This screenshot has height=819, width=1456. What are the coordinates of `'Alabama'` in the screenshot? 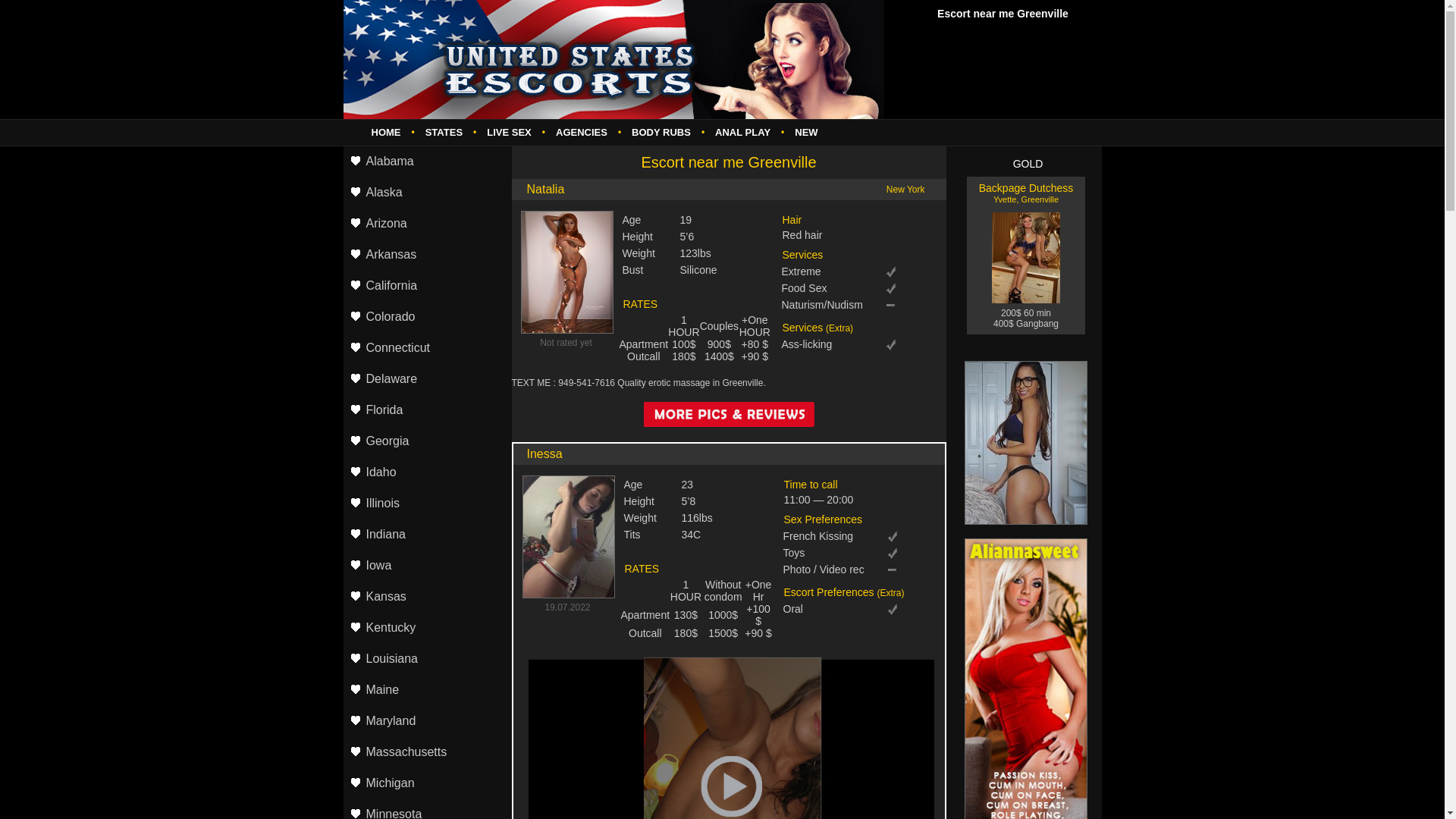 It's located at (425, 162).